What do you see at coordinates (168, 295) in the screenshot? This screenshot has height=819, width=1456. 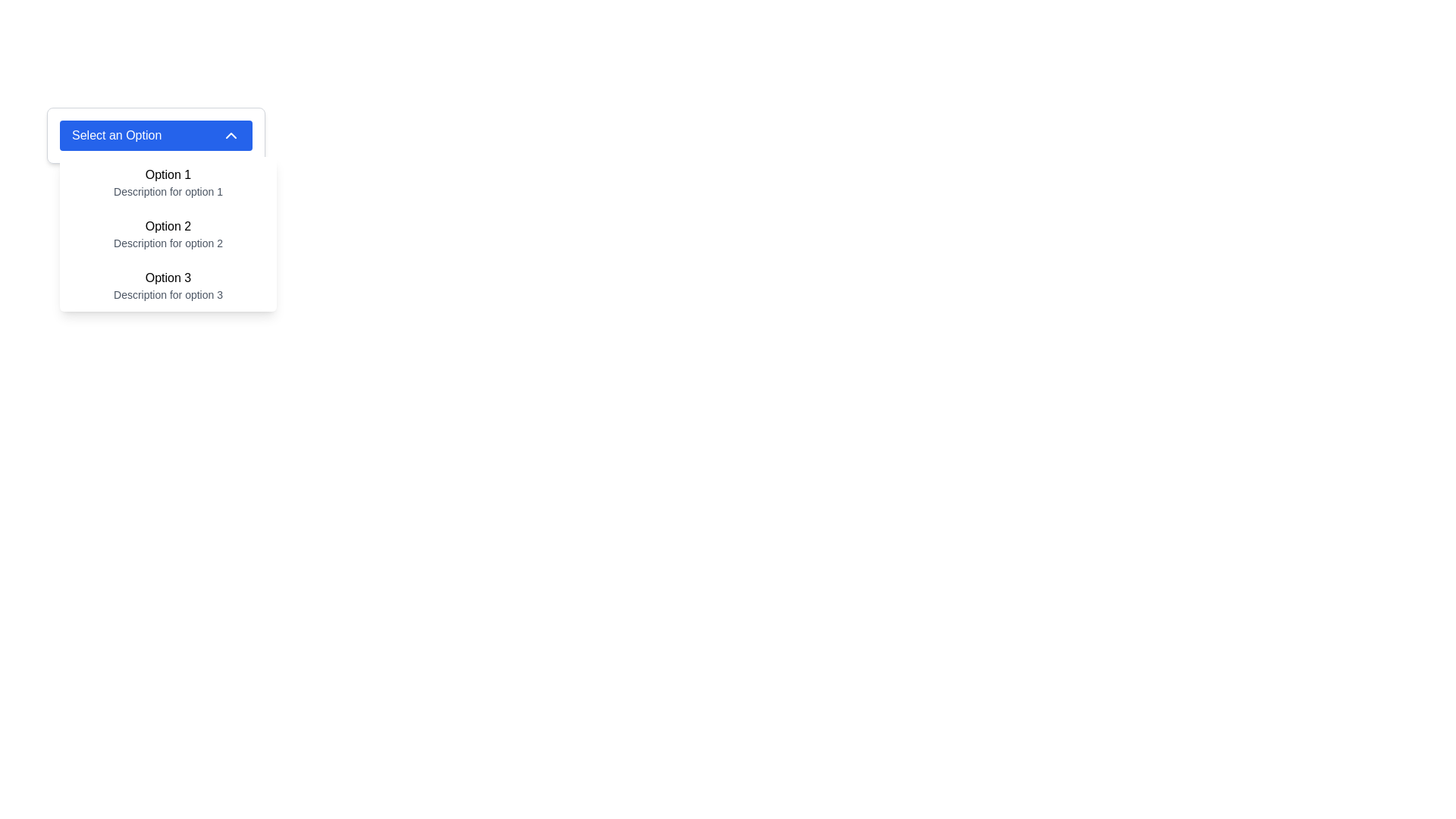 I see `the Text label located directly below the 'Option 3' title in the dropdown menu, which provides additional descriptive information about the 'Option 3' selection` at bounding box center [168, 295].